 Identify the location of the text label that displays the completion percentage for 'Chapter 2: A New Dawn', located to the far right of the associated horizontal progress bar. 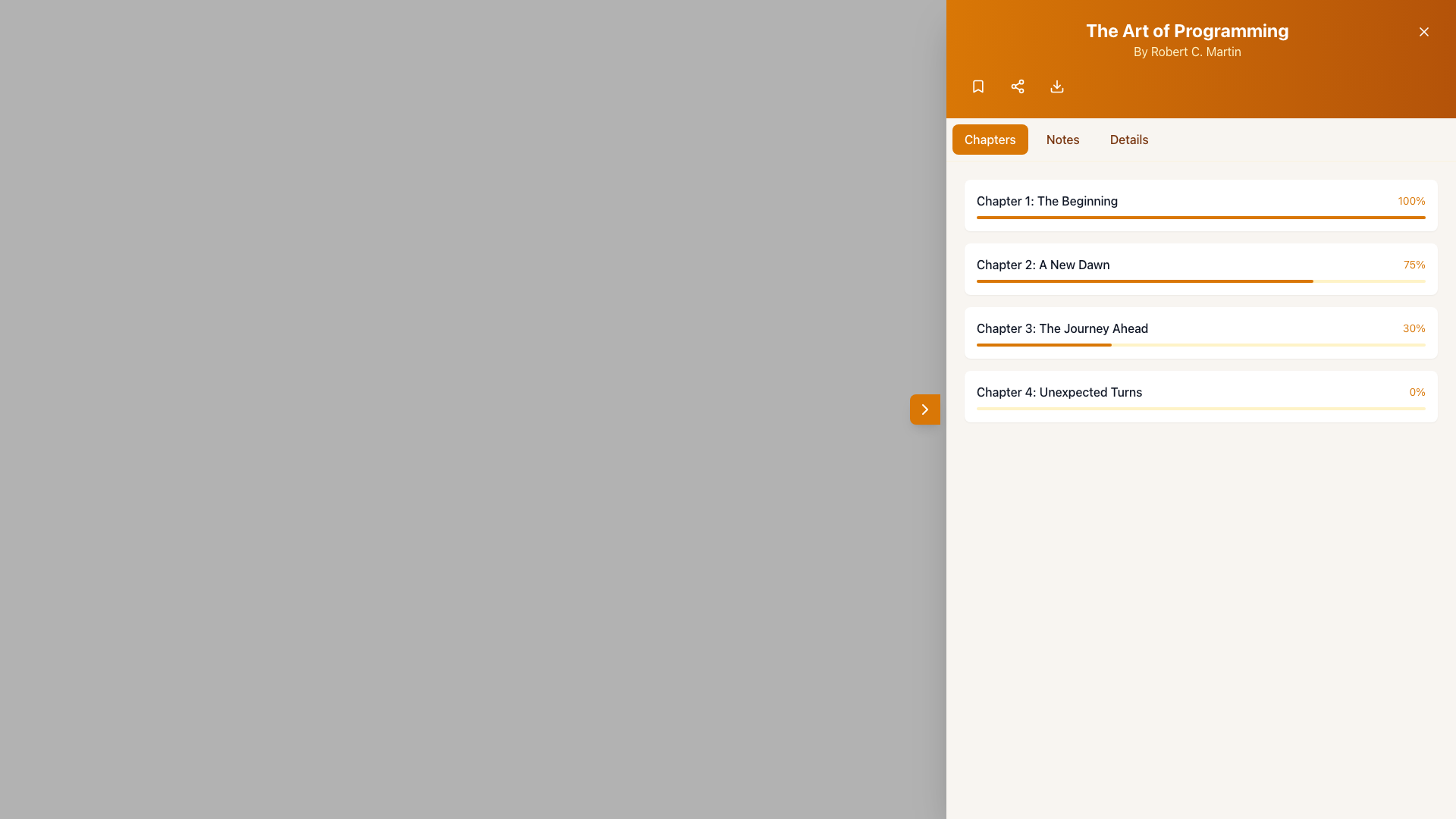
(1414, 263).